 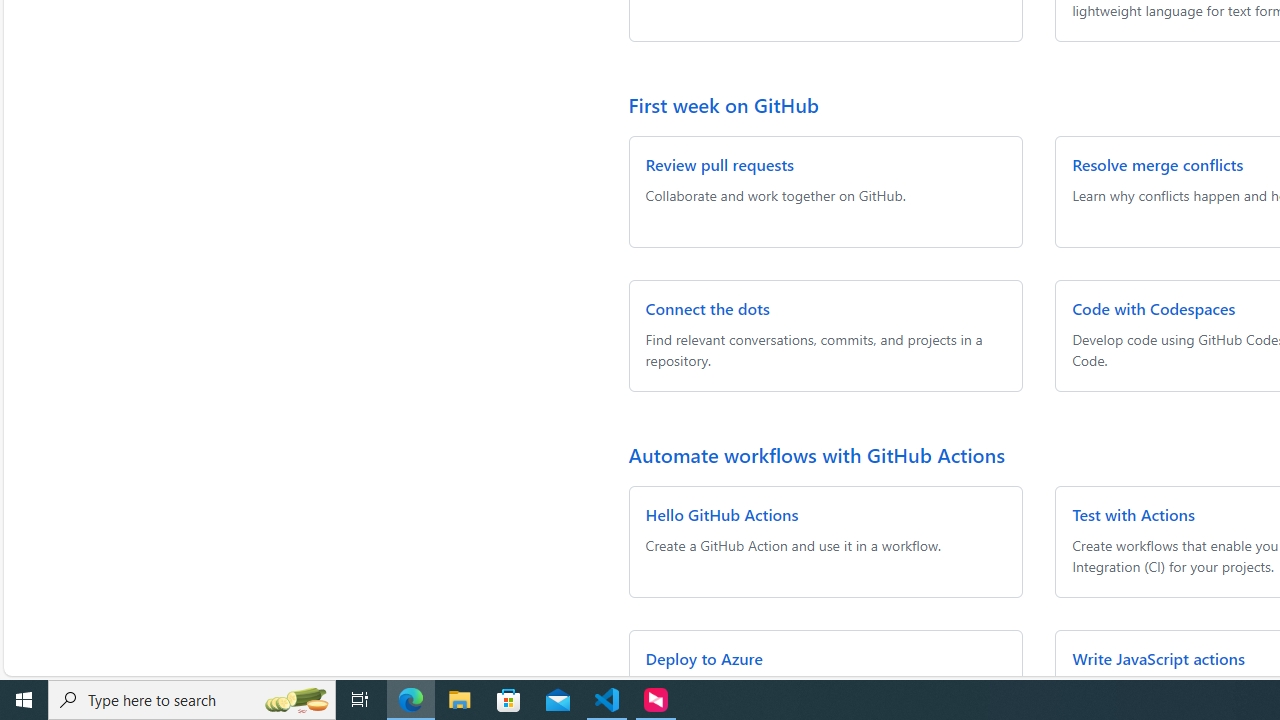 What do you see at coordinates (1159, 658) in the screenshot?
I see `'Write JavaScript actions'` at bounding box center [1159, 658].